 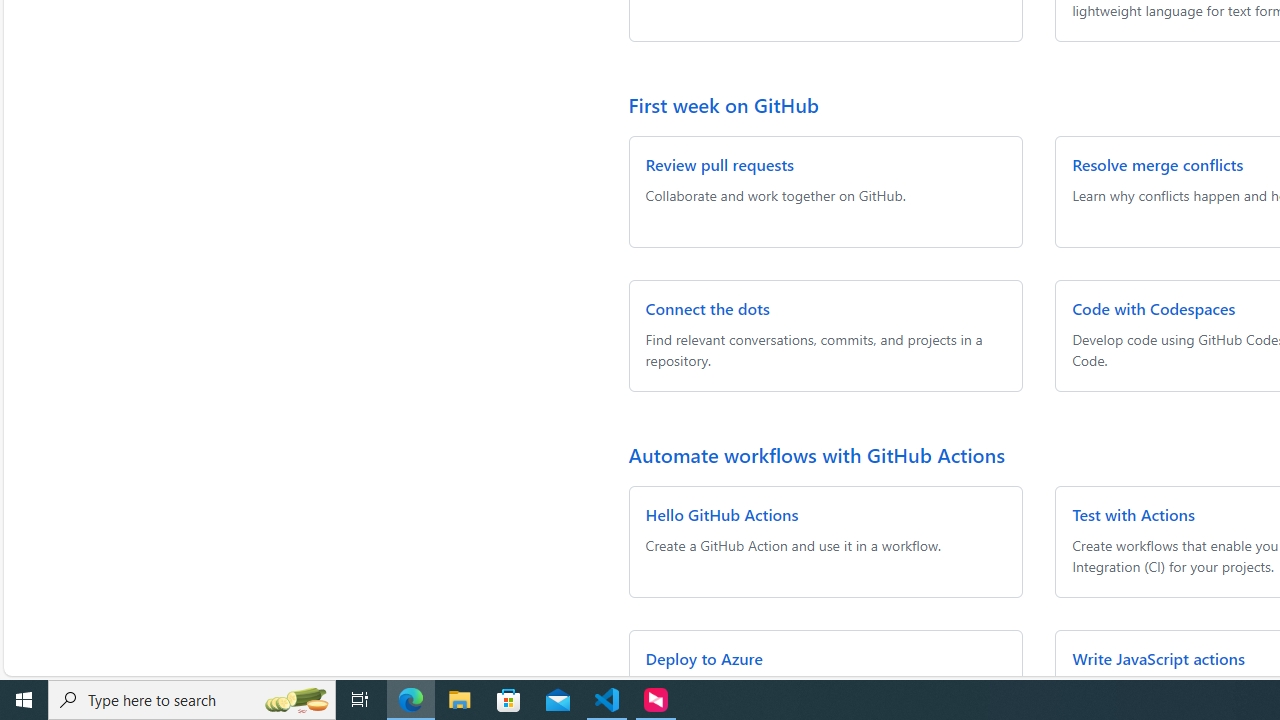 What do you see at coordinates (1159, 658) in the screenshot?
I see `'Write JavaScript actions'` at bounding box center [1159, 658].